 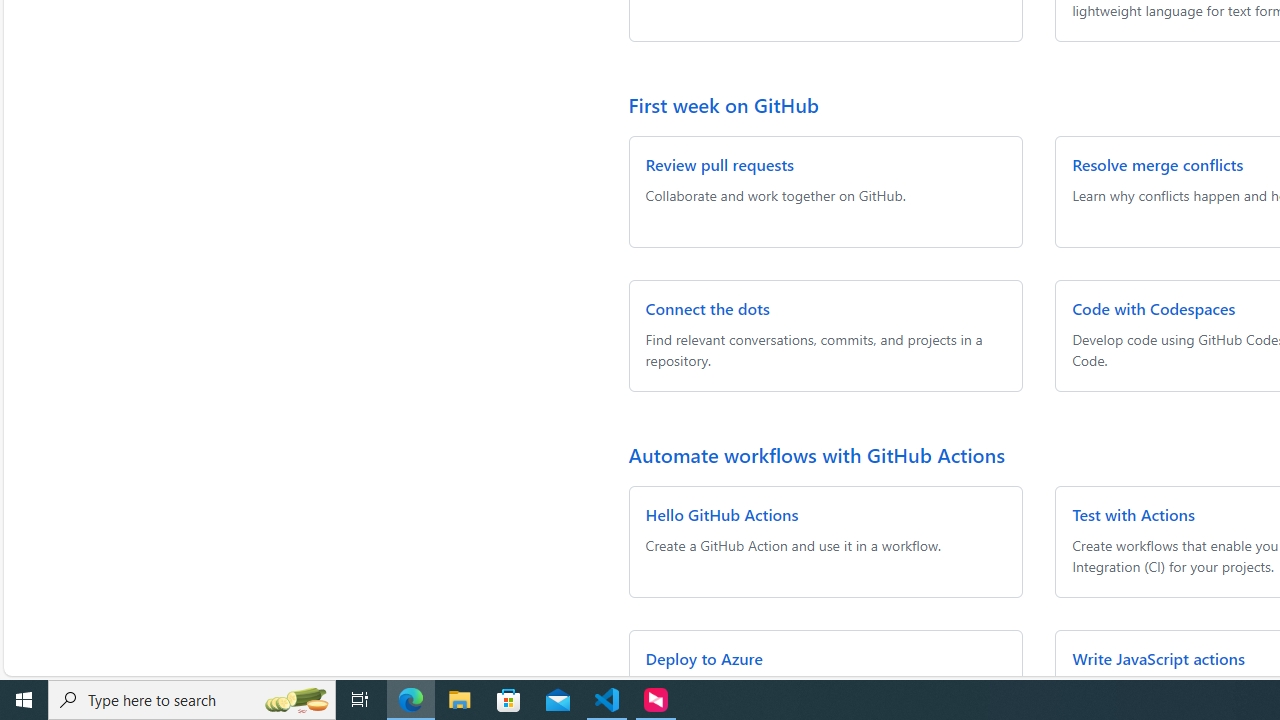 What do you see at coordinates (1159, 658) in the screenshot?
I see `'Write JavaScript actions'` at bounding box center [1159, 658].